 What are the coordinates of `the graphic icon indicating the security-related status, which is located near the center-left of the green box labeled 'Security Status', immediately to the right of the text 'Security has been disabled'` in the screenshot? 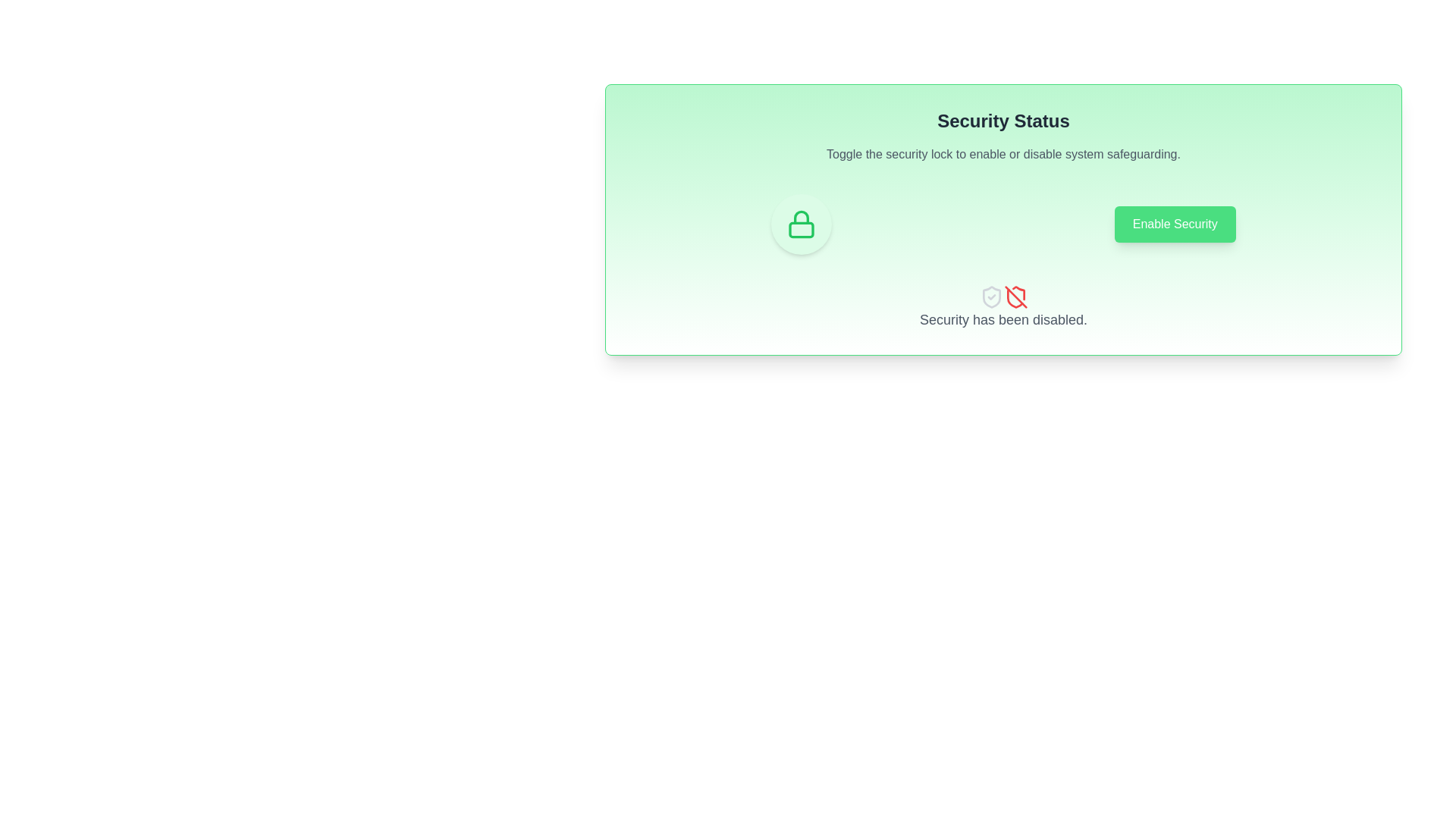 It's located at (991, 297).